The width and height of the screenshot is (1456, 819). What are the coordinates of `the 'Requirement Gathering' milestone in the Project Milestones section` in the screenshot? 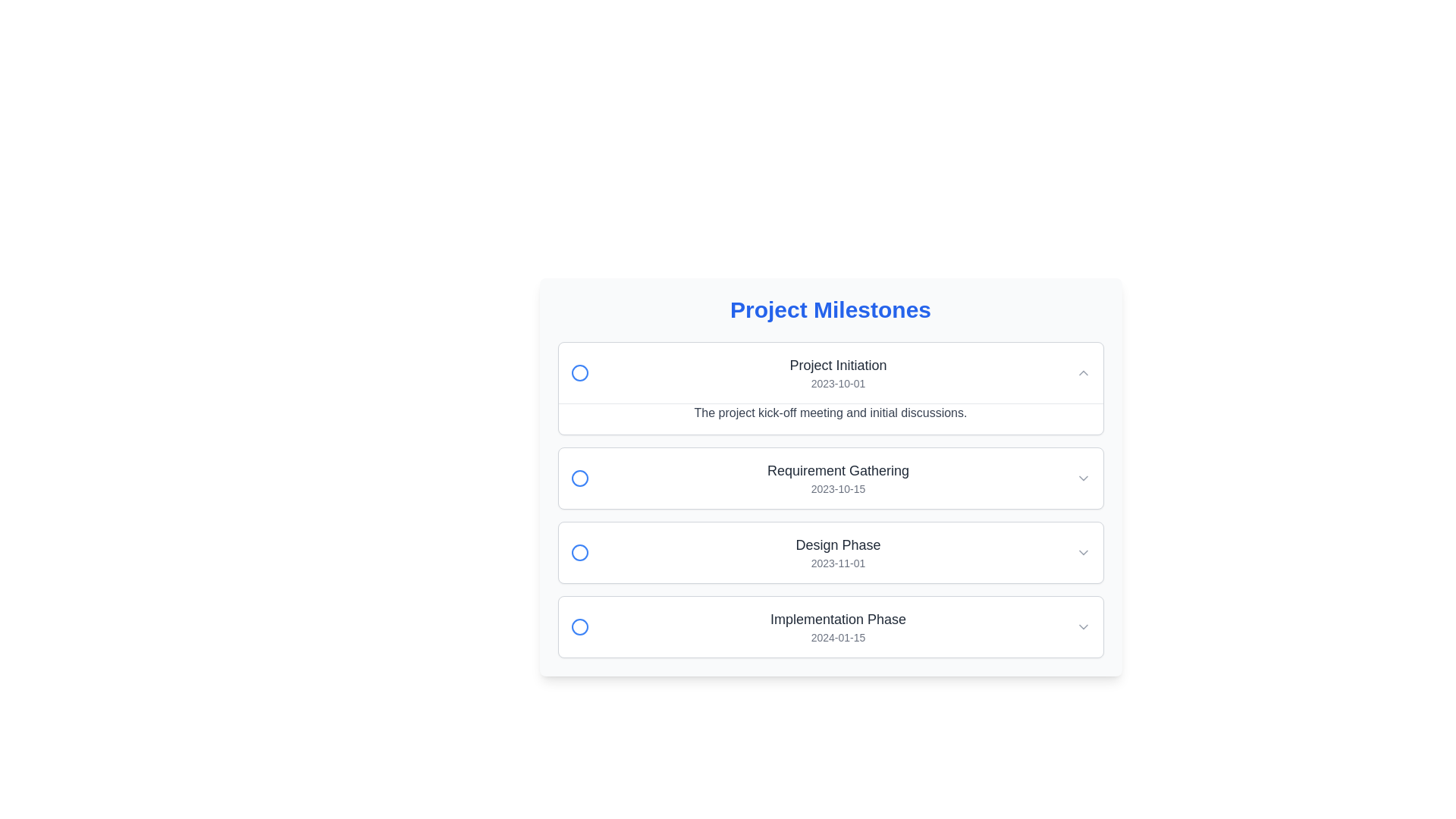 It's located at (830, 479).